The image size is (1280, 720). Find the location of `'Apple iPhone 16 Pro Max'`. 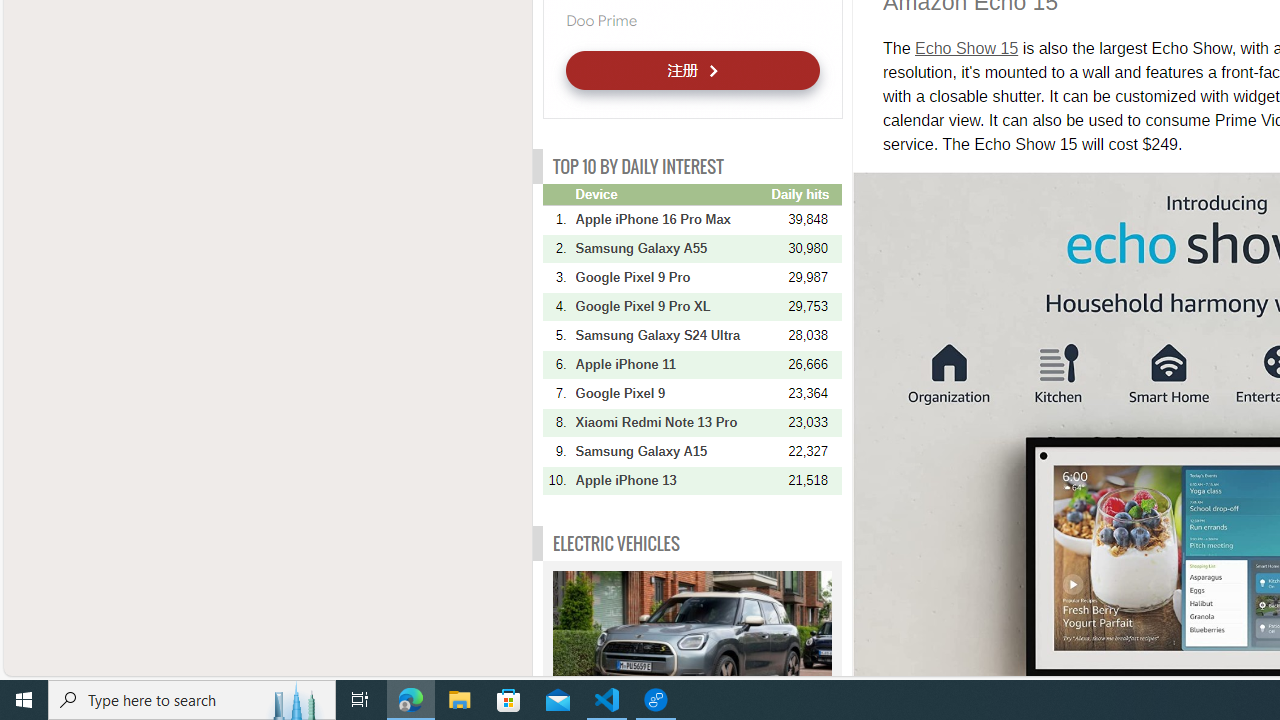

'Apple iPhone 16 Pro Max' is located at coordinates (671, 219).